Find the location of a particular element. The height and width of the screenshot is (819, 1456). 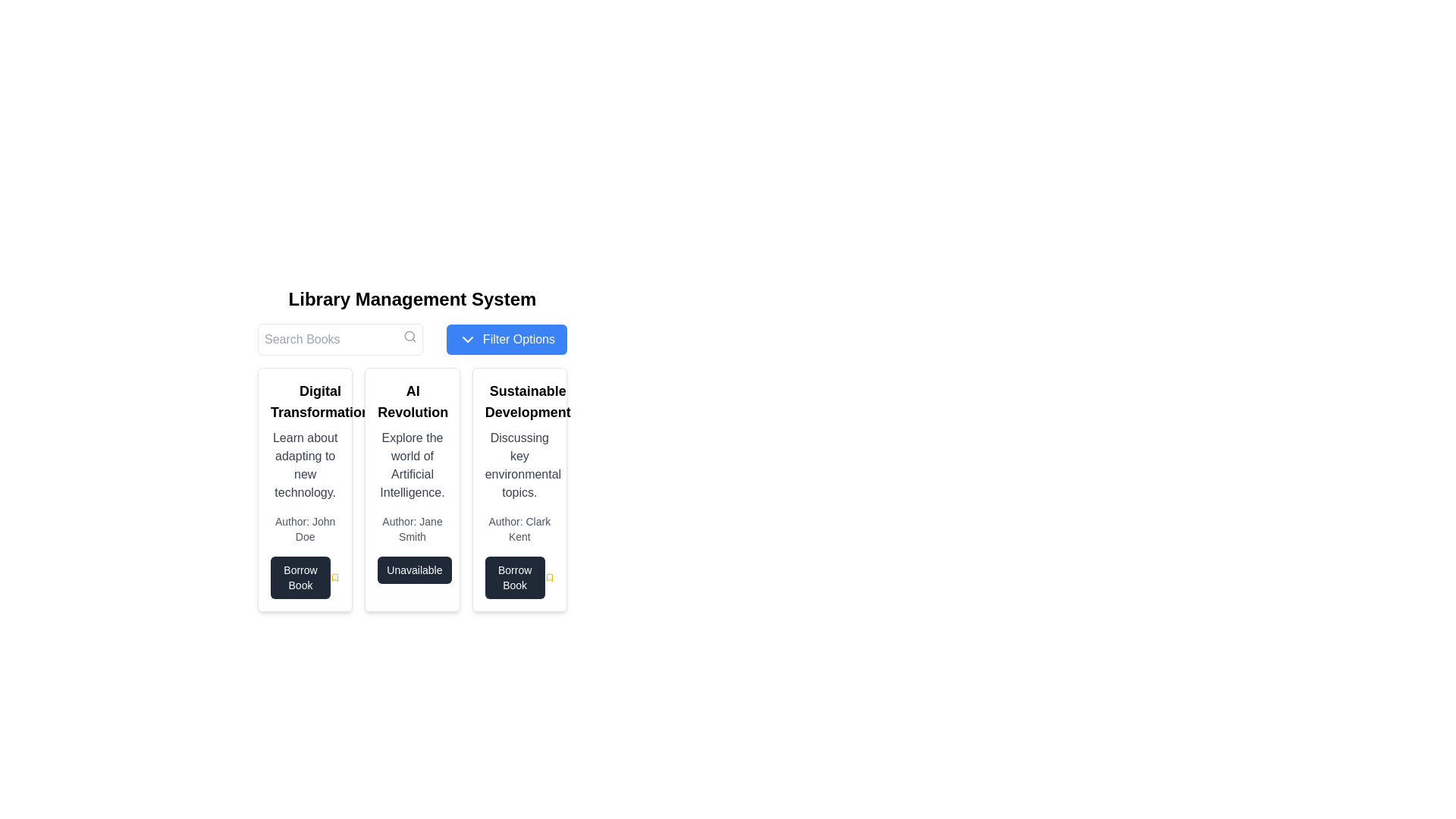

the text label displaying 'Sustainable Development' in bold that is centrally aligned within its bounding area, located in the rightmost column of three cards is located at coordinates (528, 400).